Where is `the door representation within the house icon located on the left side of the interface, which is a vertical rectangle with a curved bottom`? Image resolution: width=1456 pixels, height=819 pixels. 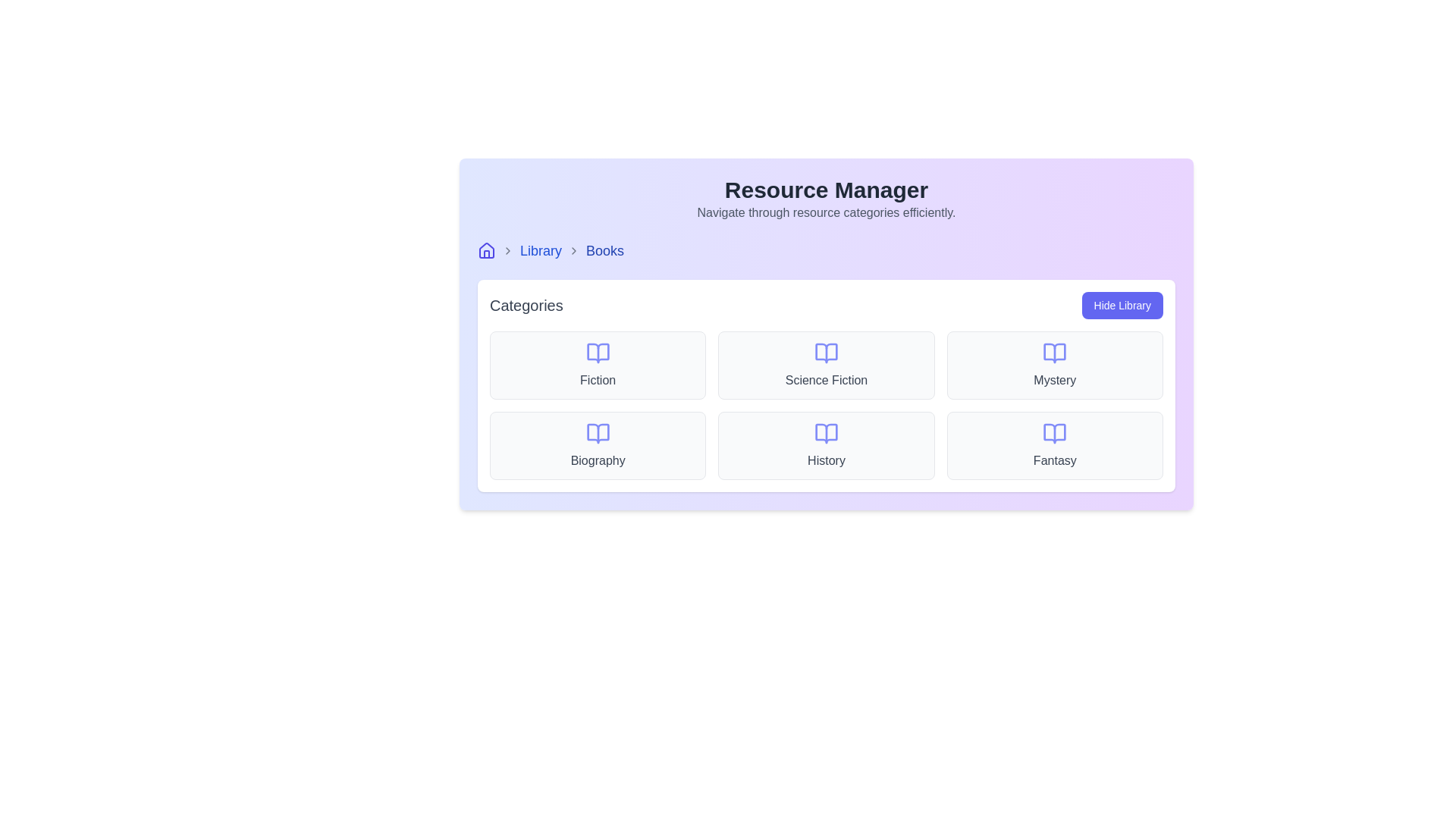
the door representation within the house icon located on the left side of the interface, which is a vertical rectangle with a curved bottom is located at coordinates (487, 253).